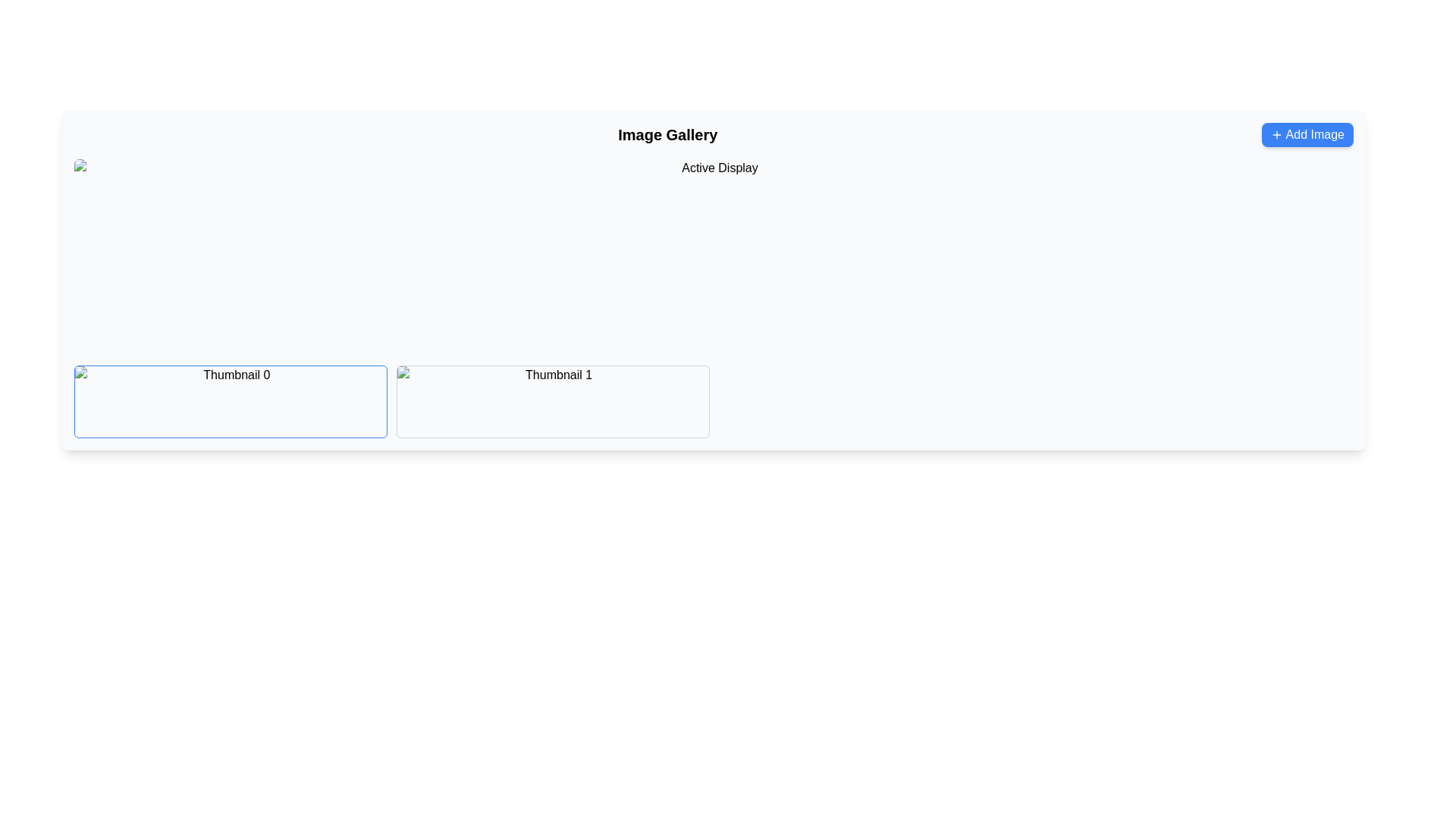 This screenshot has width=1456, height=819. Describe the element at coordinates (1306, 133) in the screenshot. I see `the button located at the upper right corner of the 'Image Gallery' section` at that location.